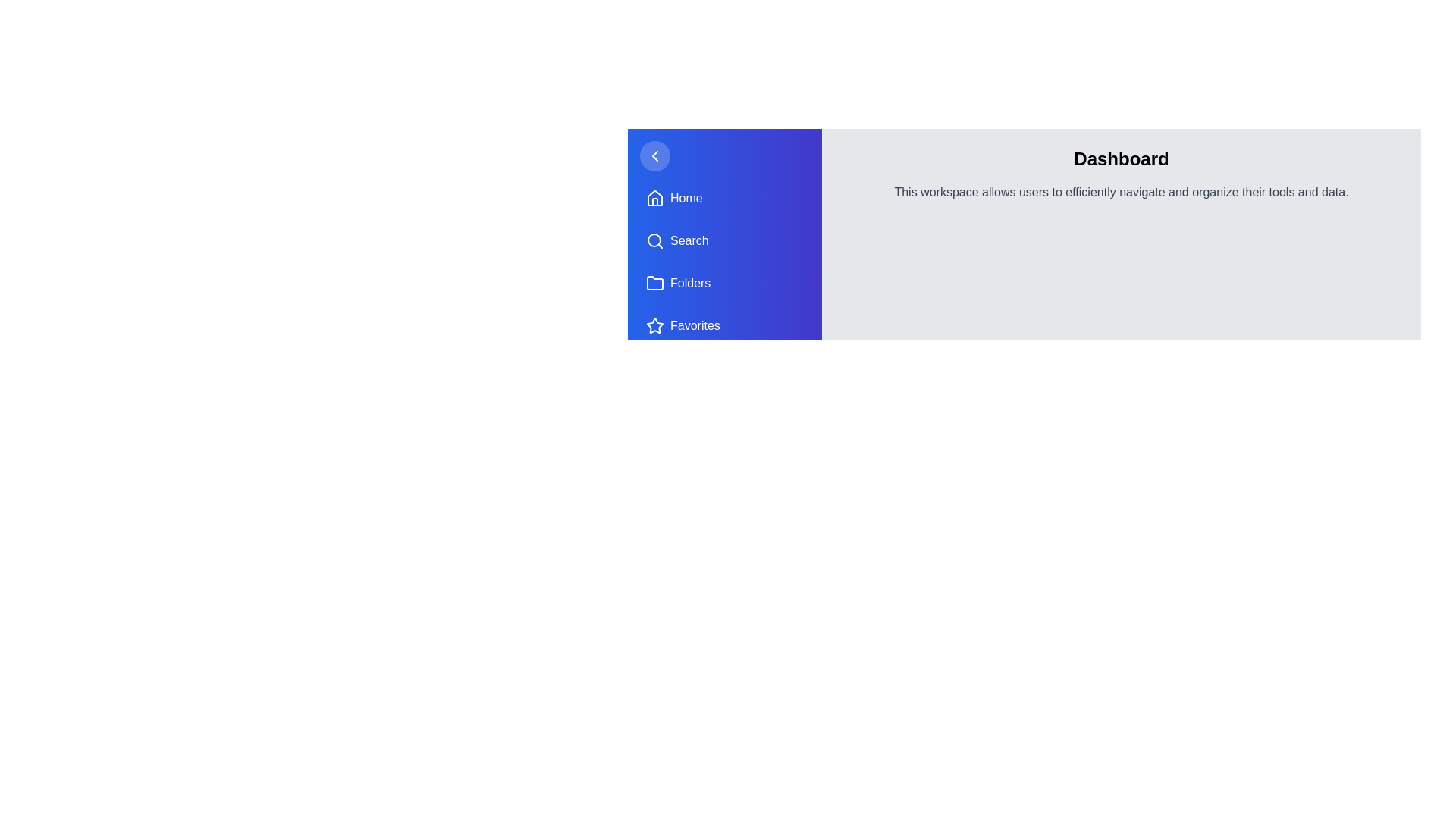  What do you see at coordinates (723, 198) in the screenshot?
I see `the navigation item Home` at bounding box center [723, 198].